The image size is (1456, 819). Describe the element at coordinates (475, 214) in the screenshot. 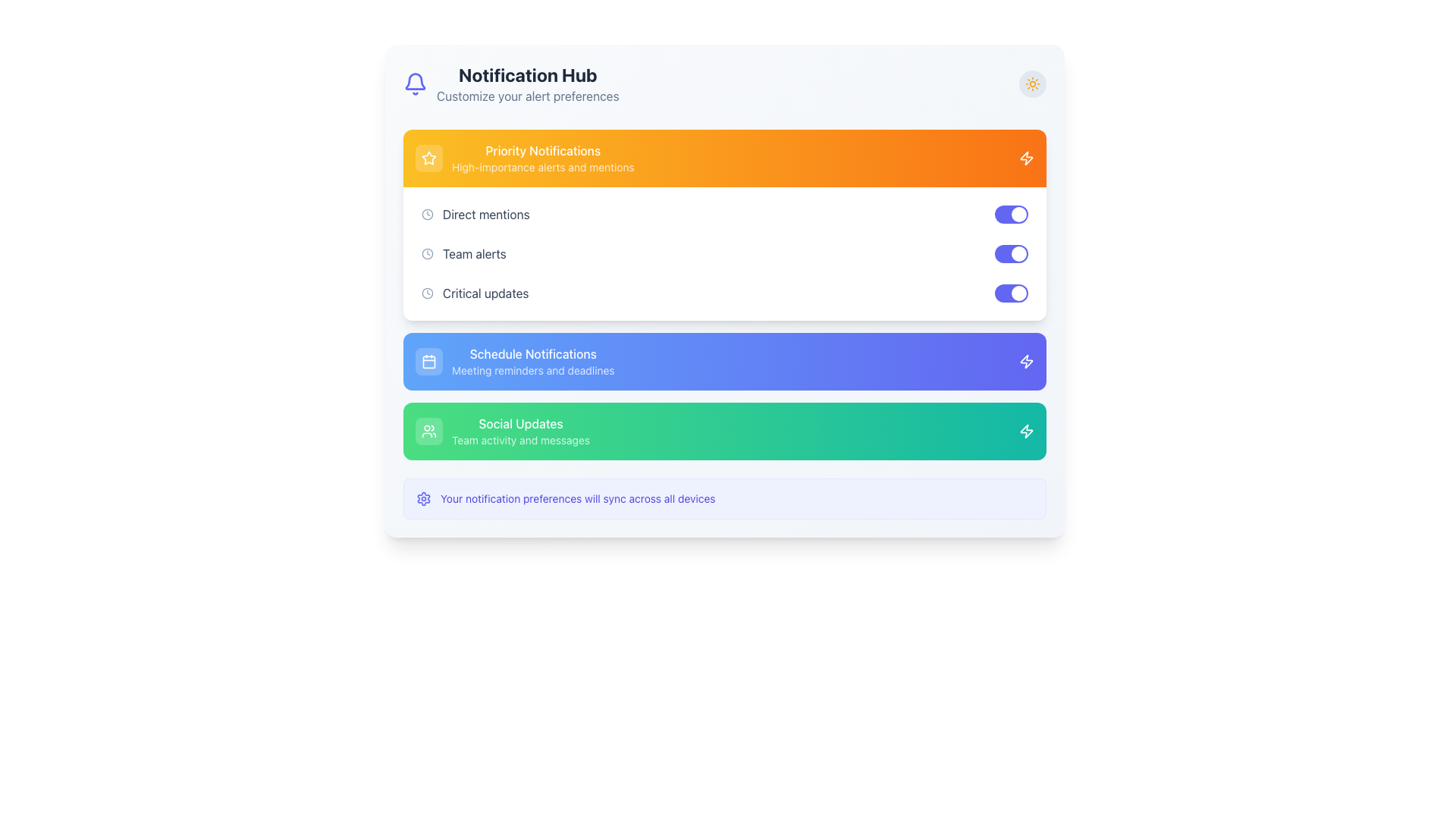

I see `the 'Direct mentions' label or navigation link, which features a clock icon and is the first option under the 'Priority Notifications' section` at that location.